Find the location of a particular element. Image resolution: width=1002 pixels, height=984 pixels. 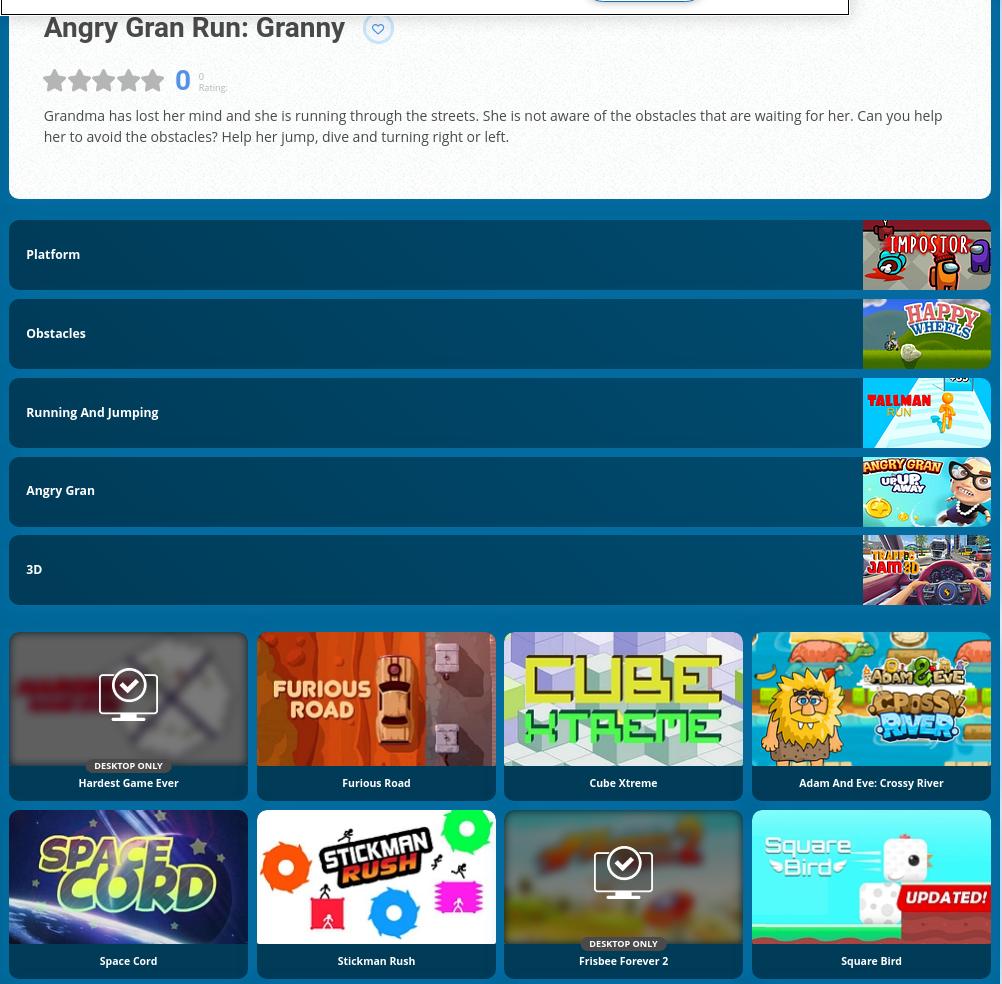

'Space Cord' is located at coordinates (126, 959).